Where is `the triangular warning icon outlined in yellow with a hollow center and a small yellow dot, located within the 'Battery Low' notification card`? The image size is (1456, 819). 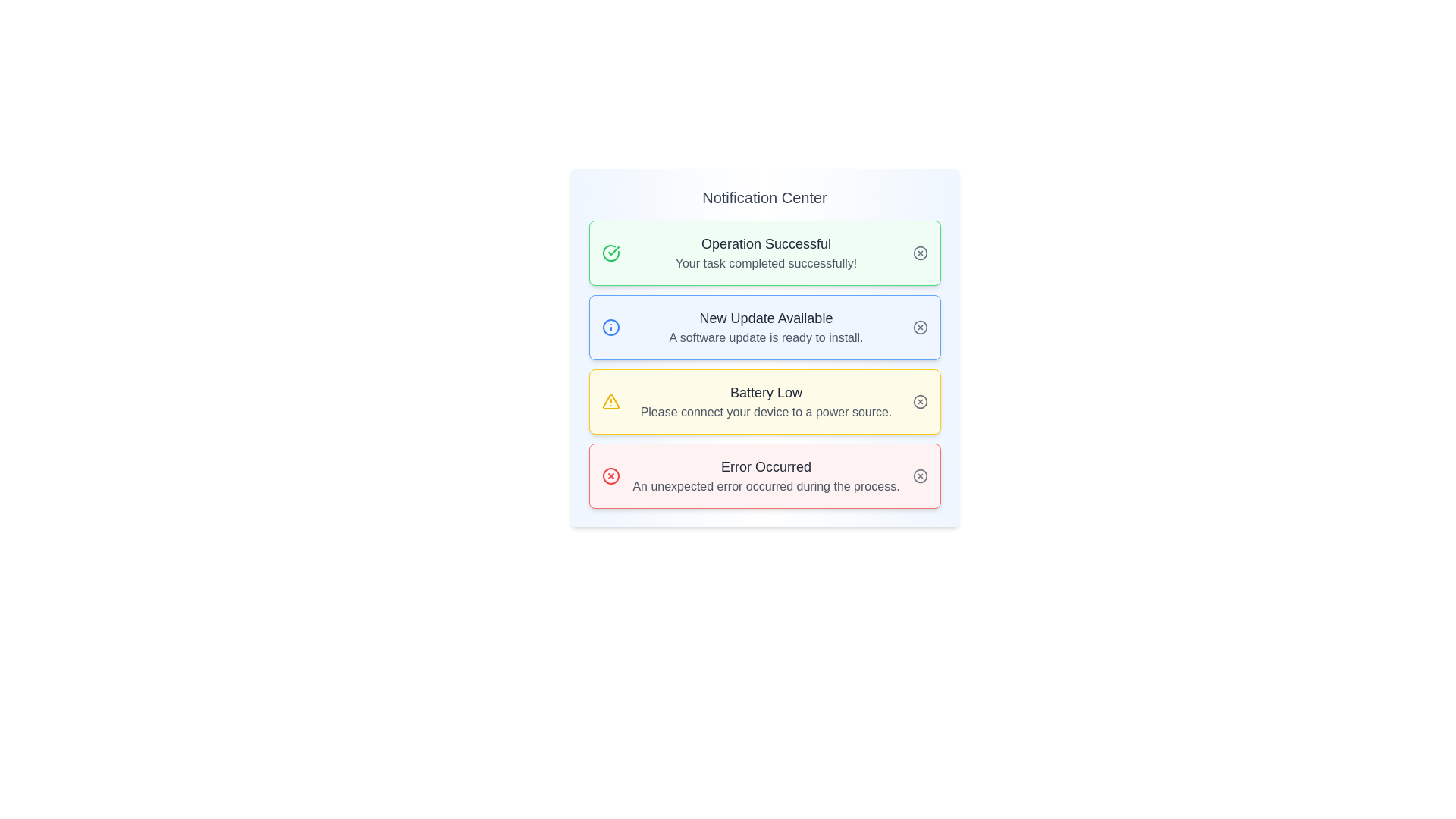 the triangular warning icon outlined in yellow with a hollow center and a small yellow dot, located within the 'Battery Low' notification card is located at coordinates (610, 400).